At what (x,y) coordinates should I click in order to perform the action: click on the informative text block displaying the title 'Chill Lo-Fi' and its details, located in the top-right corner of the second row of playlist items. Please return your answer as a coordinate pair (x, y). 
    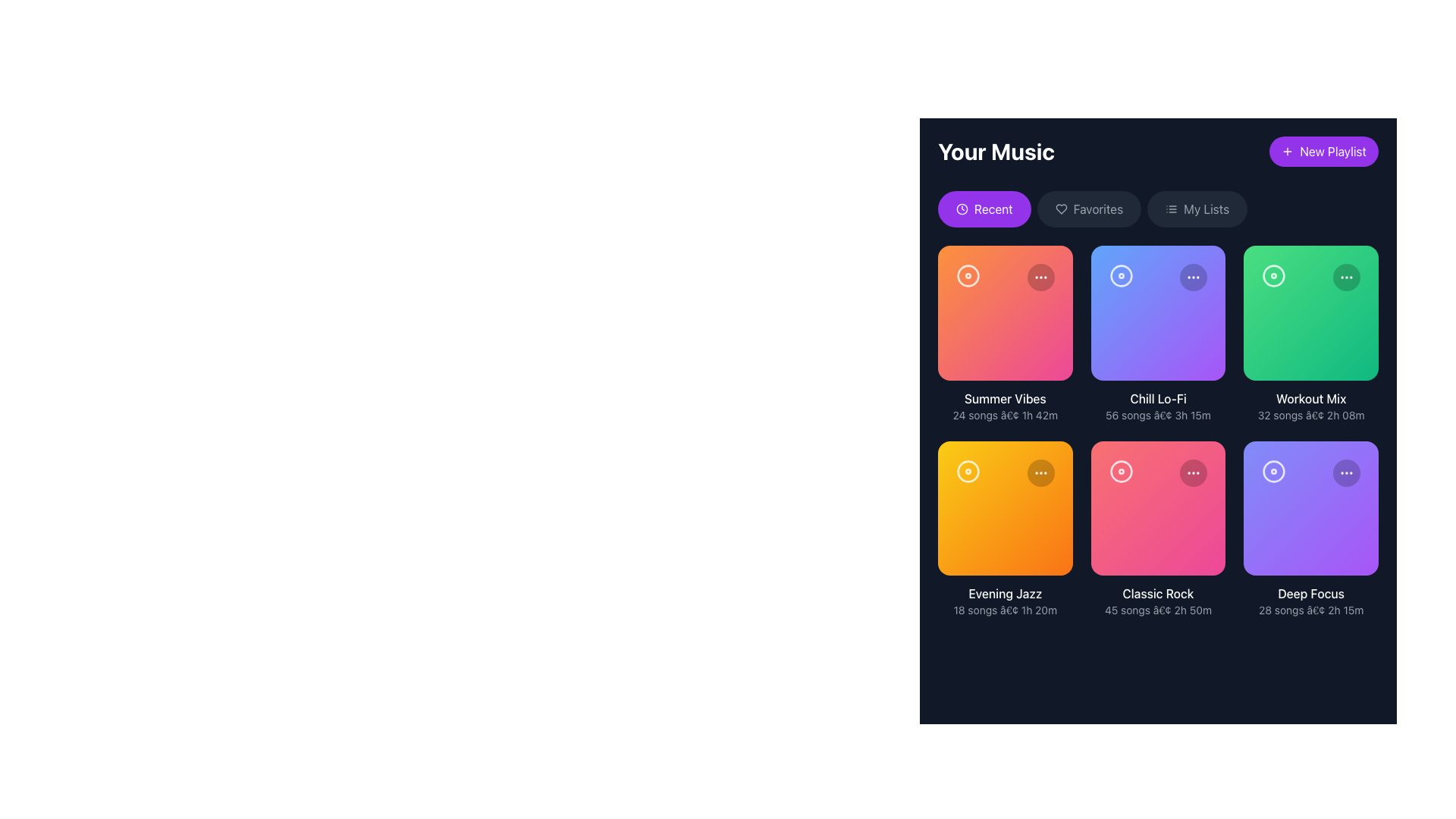
    Looking at the image, I should click on (1157, 405).